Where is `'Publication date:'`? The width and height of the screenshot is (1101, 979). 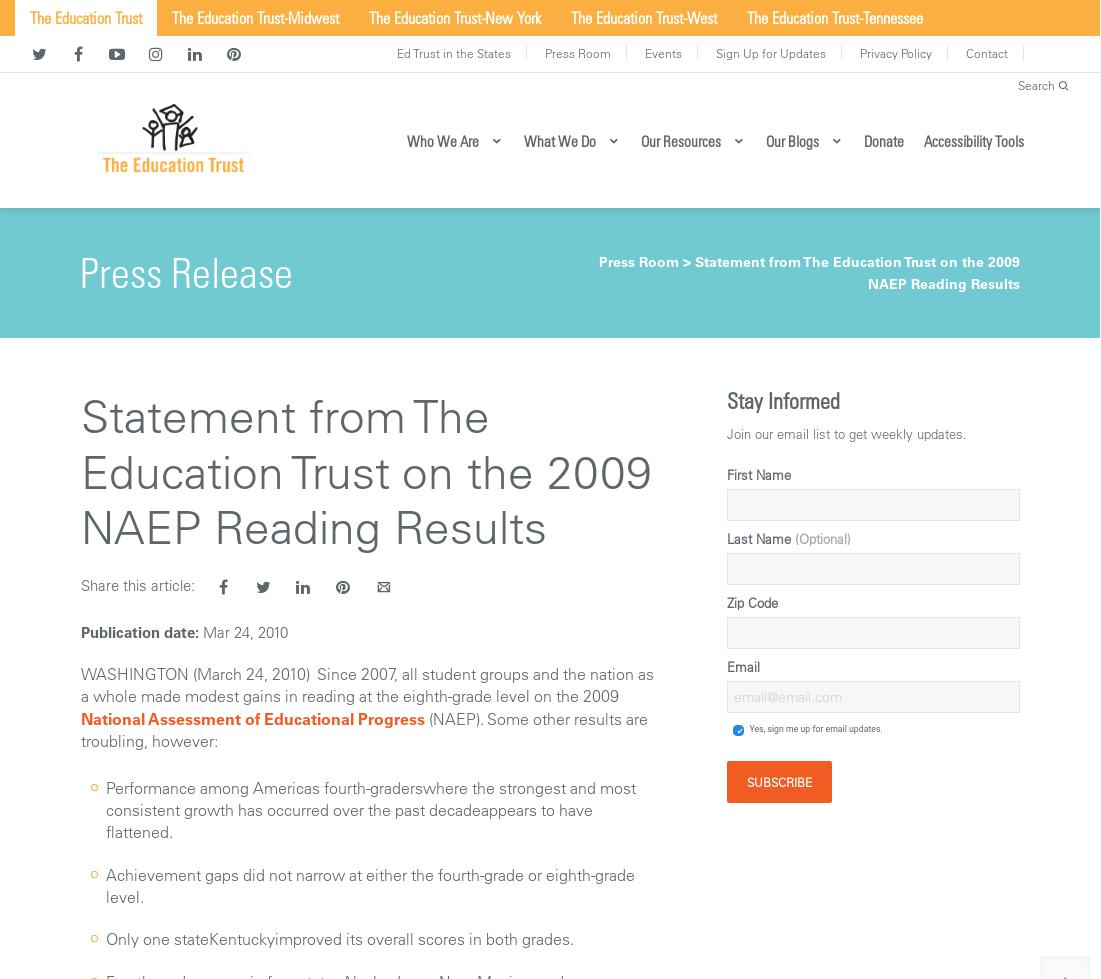
'Publication date:' is located at coordinates (139, 630).